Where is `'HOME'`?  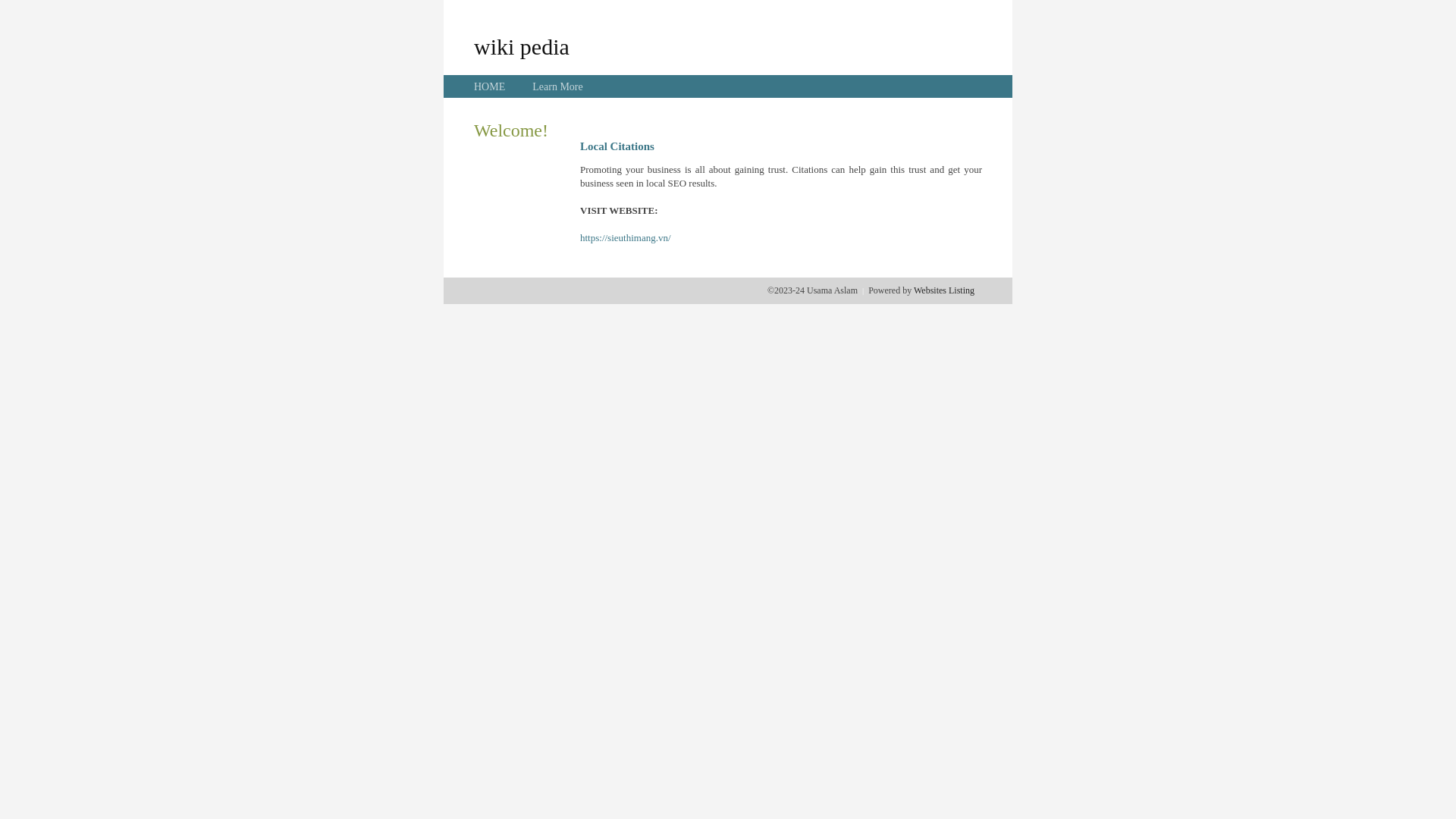 'HOME' is located at coordinates (489, 86).